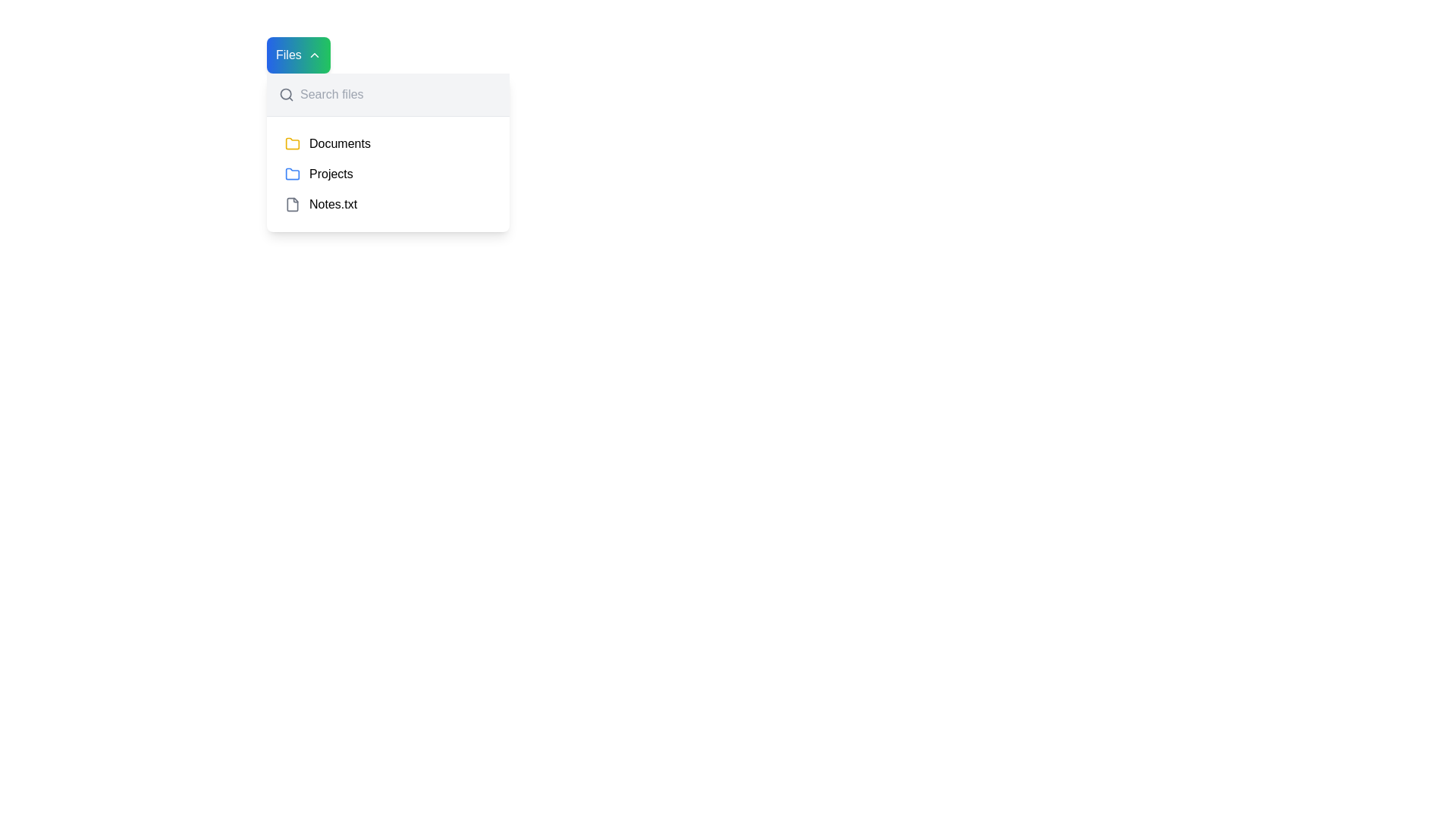  What do you see at coordinates (292, 143) in the screenshot?
I see `the yellow folder-shaped icon with rounded corners located to the right of the 'Documents' label in the file menu` at bounding box center [292, 143].